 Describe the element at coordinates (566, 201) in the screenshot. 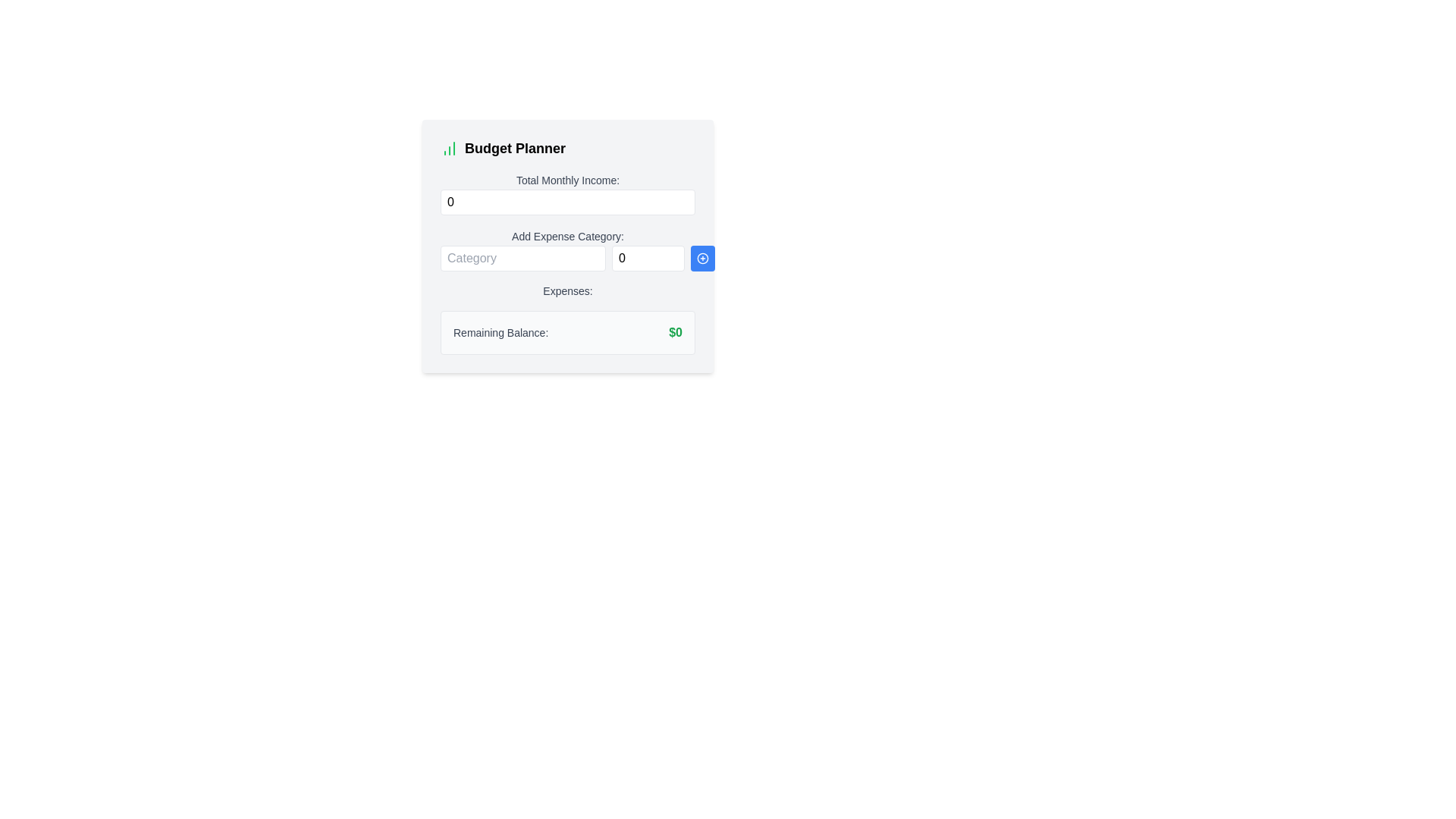

I see `the input field for 'Total Monthly Income:'` at that location.